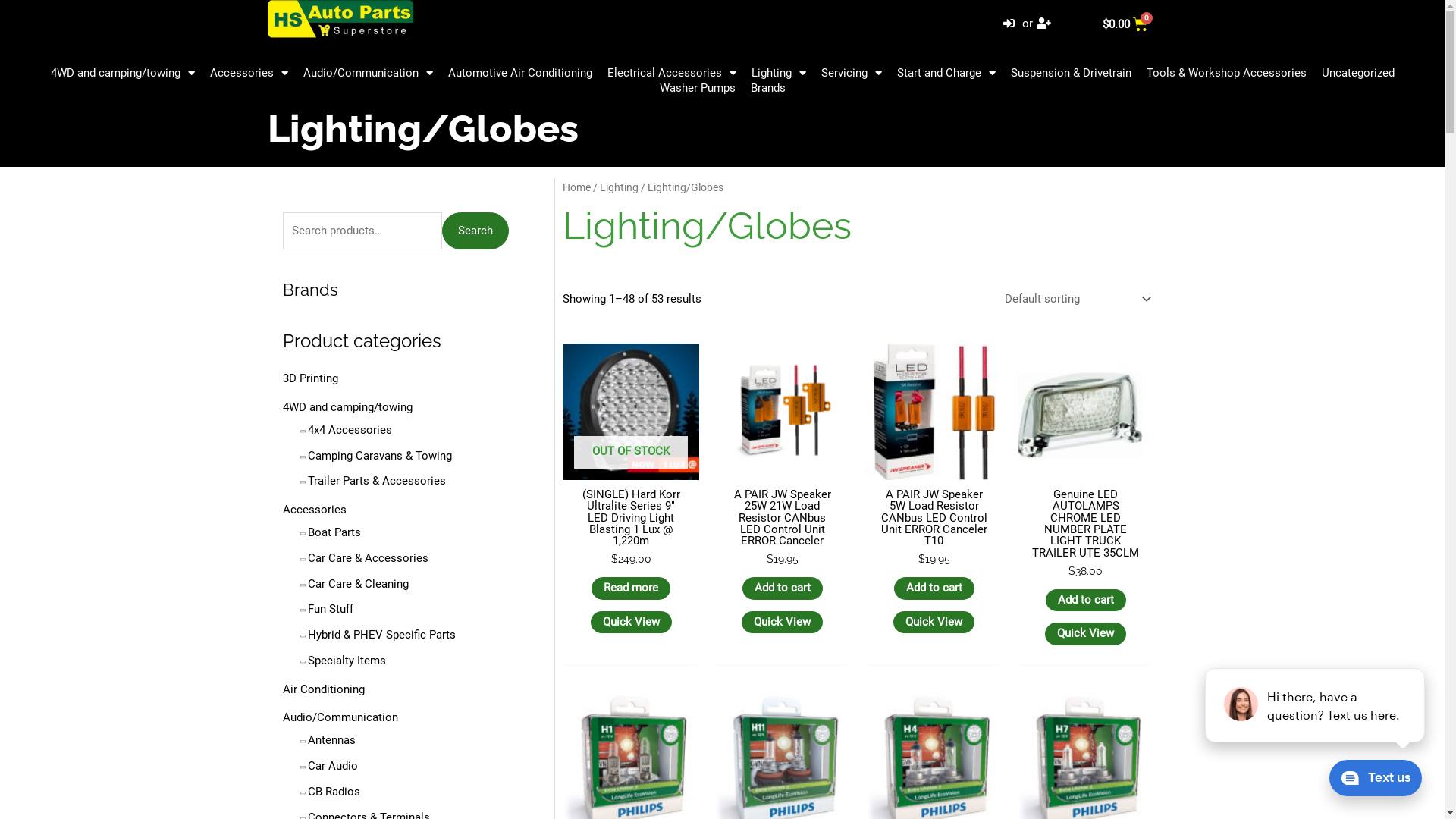 Image resolution: width=1456 pixels, height=819 pixels. I want to click on 'Brands', so click(309, 289).